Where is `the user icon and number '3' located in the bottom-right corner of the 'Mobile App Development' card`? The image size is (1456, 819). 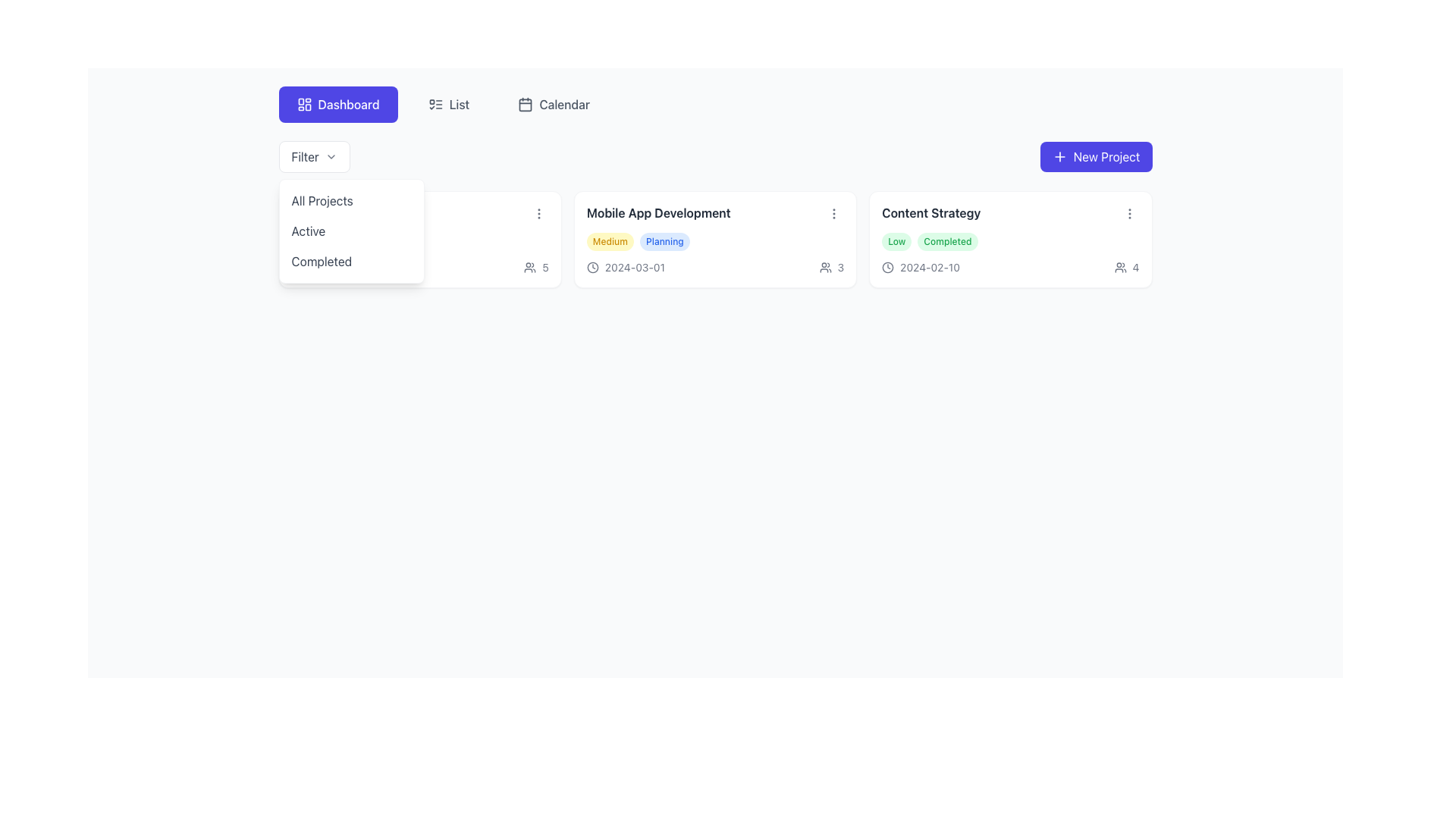 the user icon and number '3' located in the bottom-right corner of the 'Mobile App Development' card is located at coordinates (830, 267).